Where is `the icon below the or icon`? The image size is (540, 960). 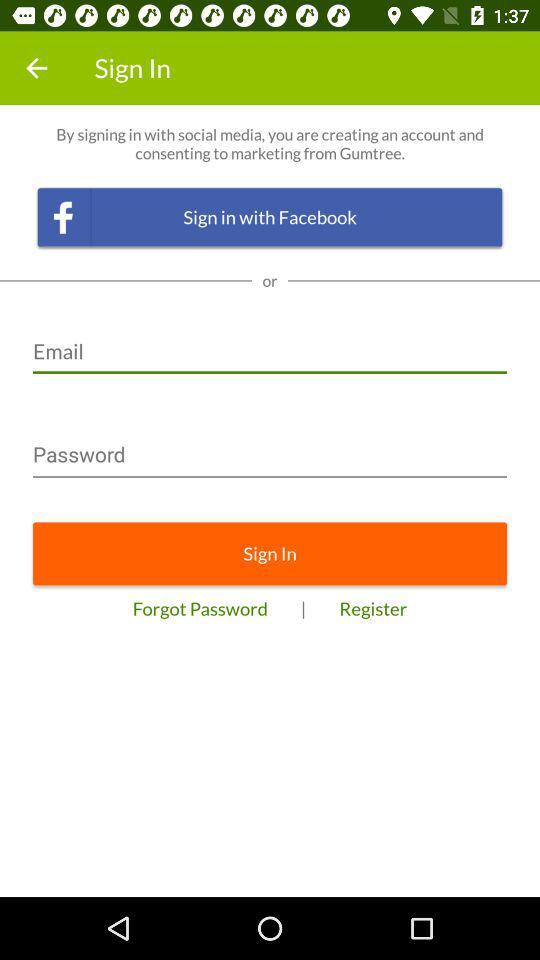 the icon below the or icon is located at coordinates (270, 345).